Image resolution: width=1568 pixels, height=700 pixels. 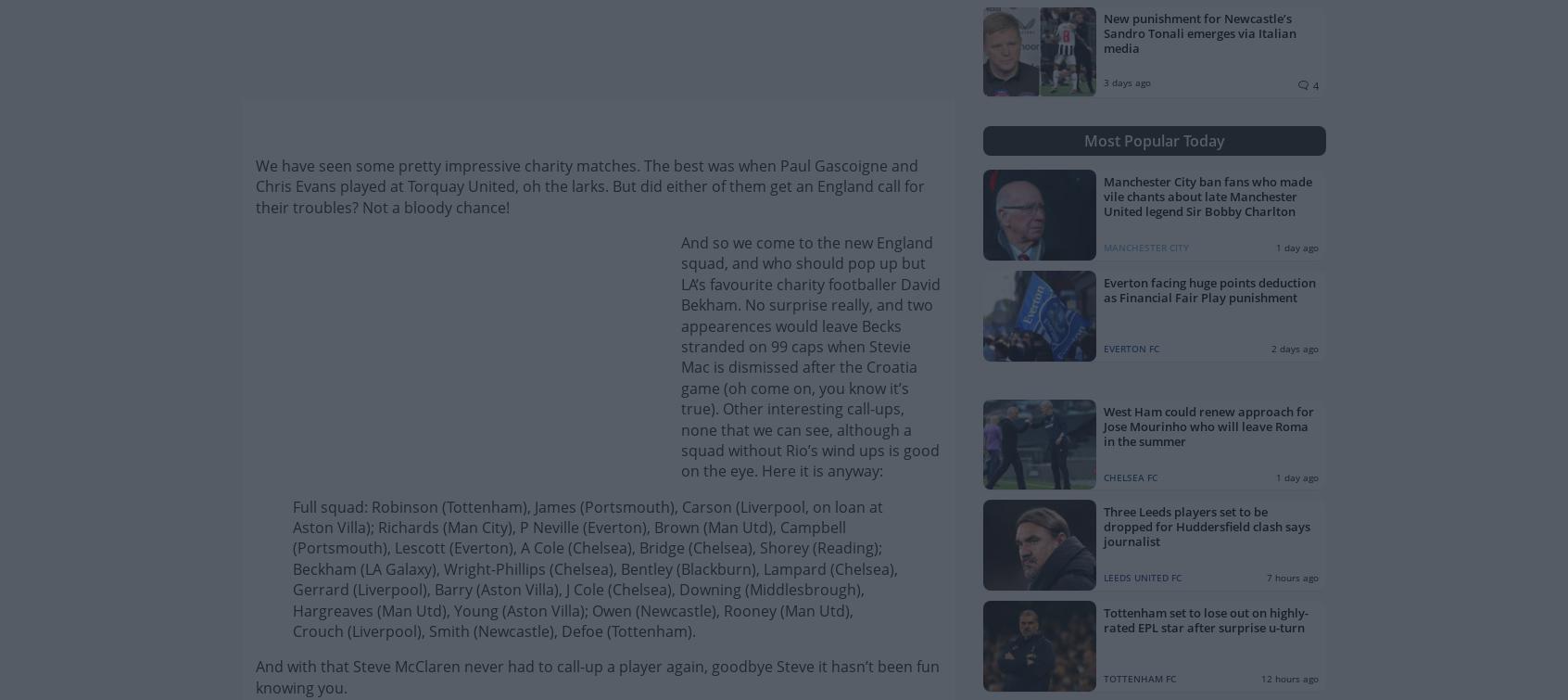 I want to click on 'Leeds United FC', so click(x=1142, y=577).